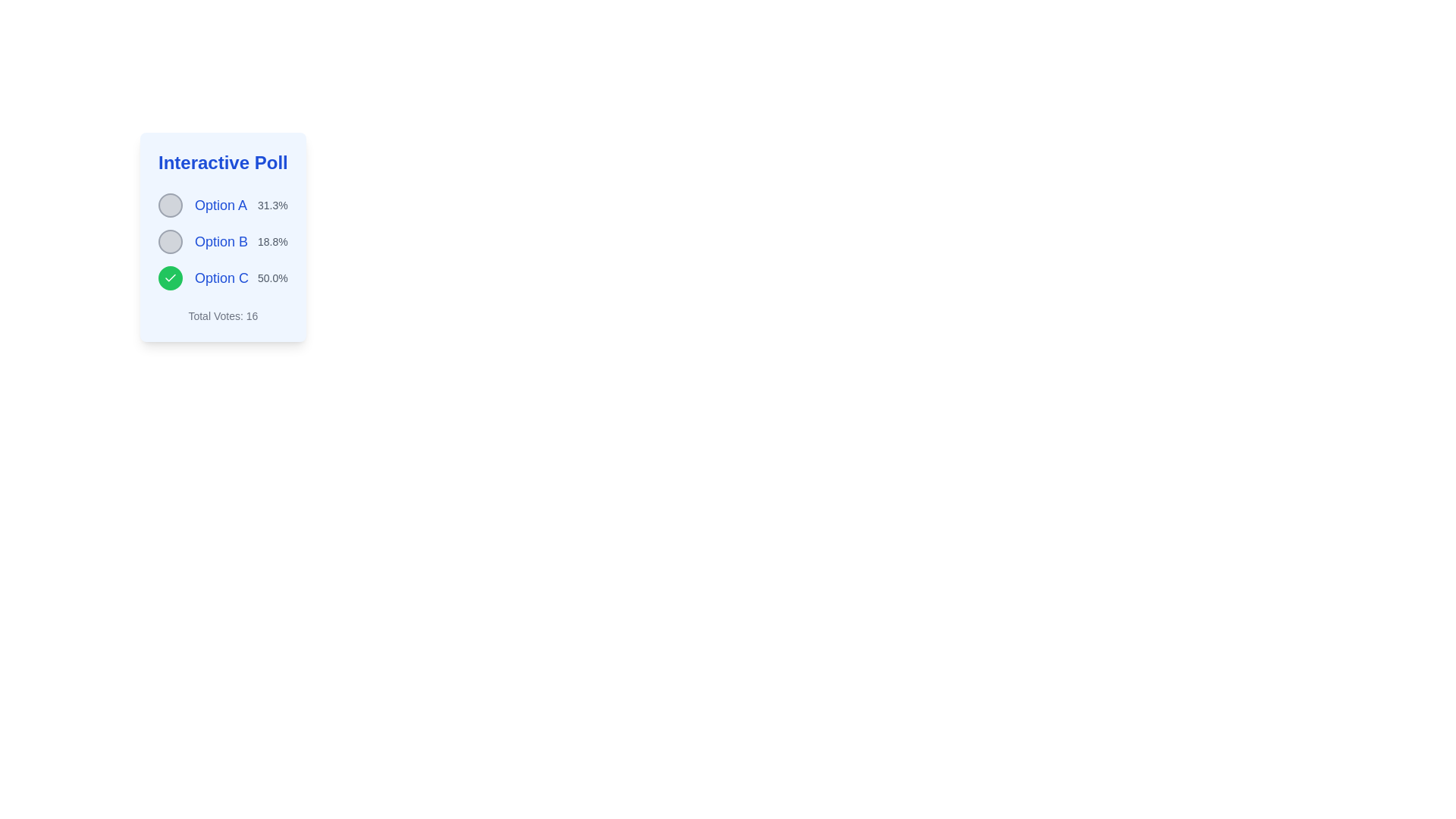  I want to click on the text label displaying 'Option B', which is styled in blue and bold, located in the voting panel, so click(221, 241).